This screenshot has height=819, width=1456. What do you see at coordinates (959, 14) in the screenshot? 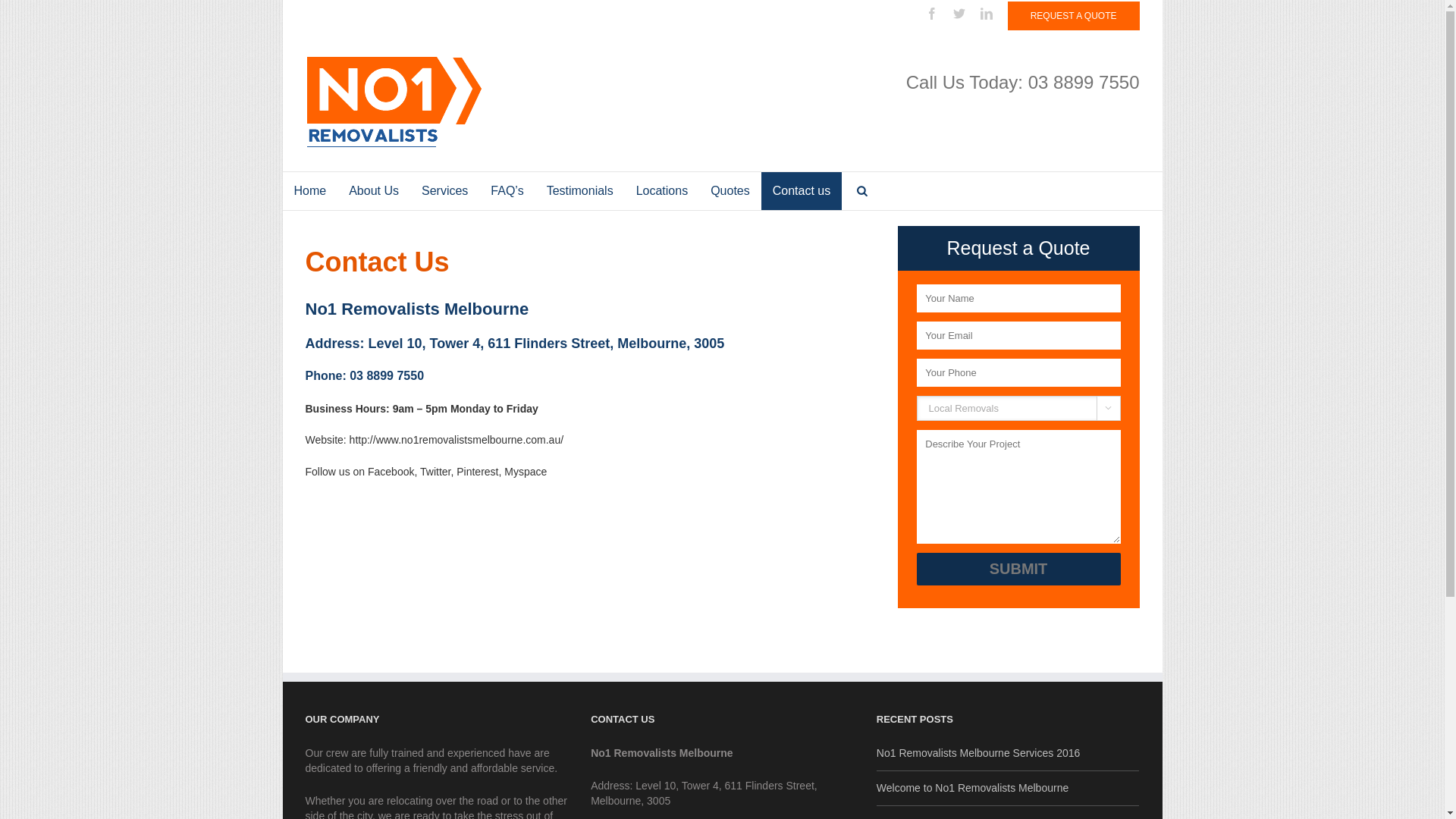
I see `'Twitter'` at bounding box center [959, 14].